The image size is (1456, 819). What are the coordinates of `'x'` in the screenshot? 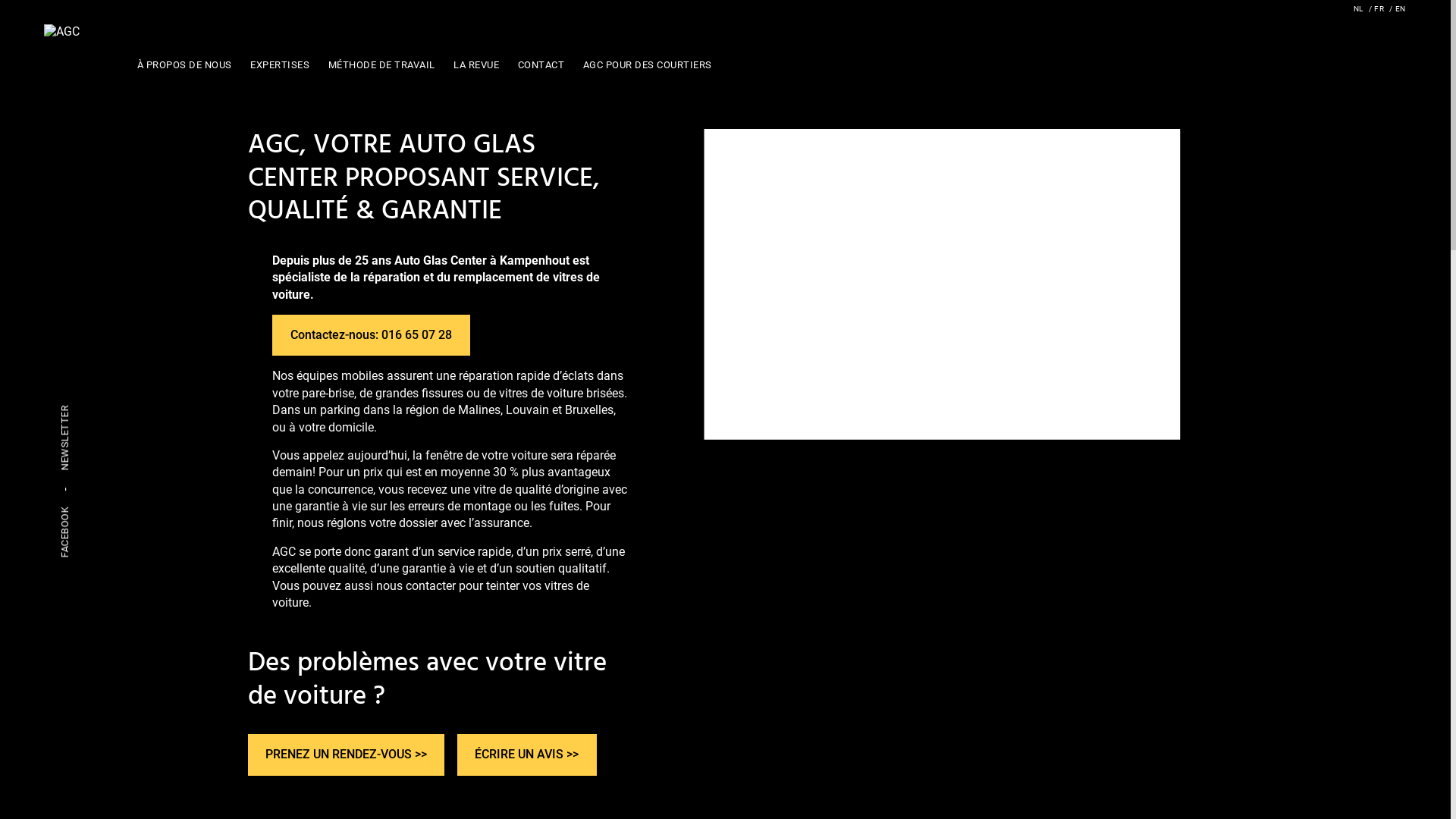 It's located at (742, 424).